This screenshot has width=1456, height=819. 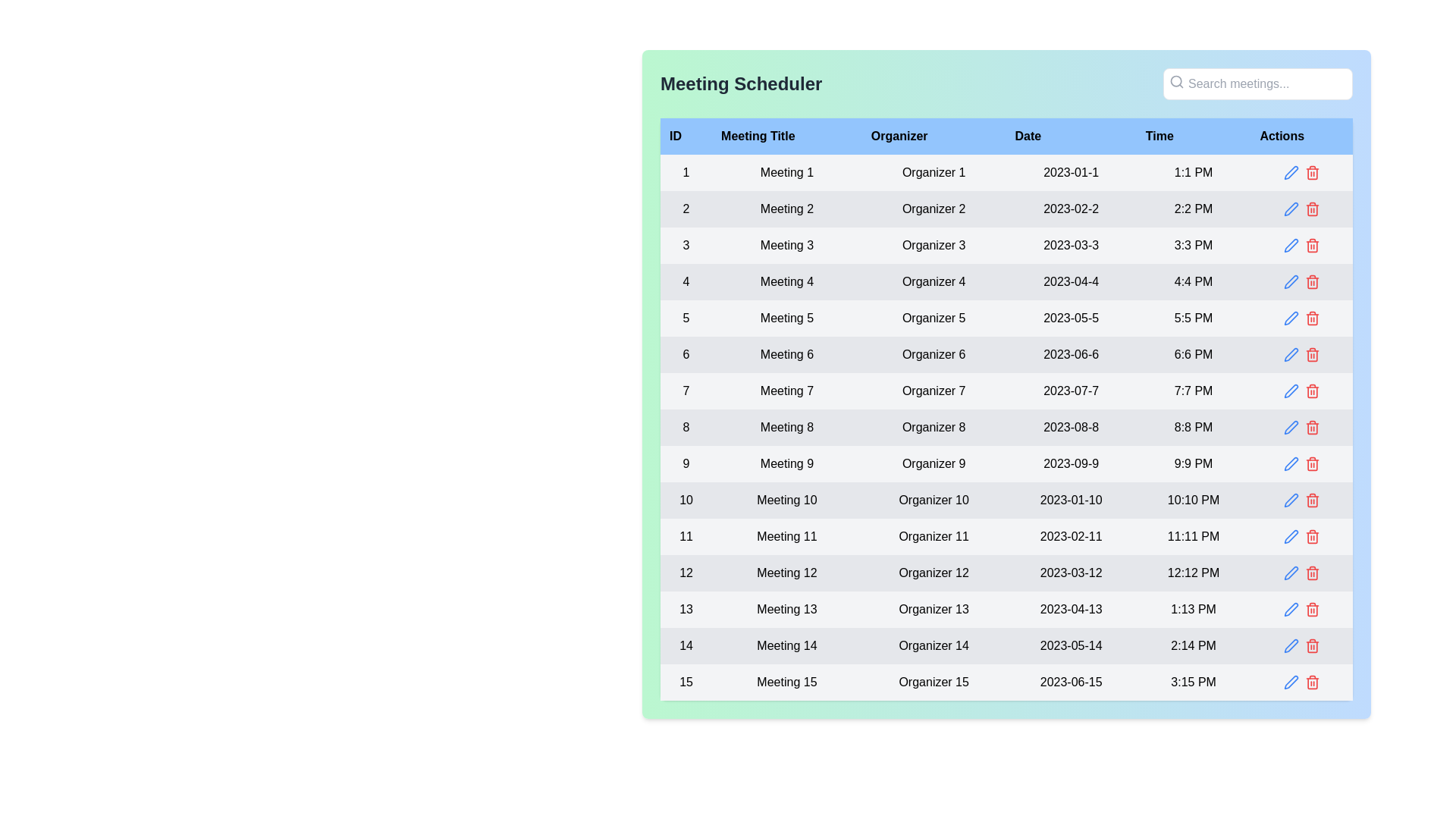 What do you see at coordinates (1311, 209) in the screenshot?
I see `the red trash bin icon button in the 'Actions' column of the second row in the table` at bounding box center [1311, 209].